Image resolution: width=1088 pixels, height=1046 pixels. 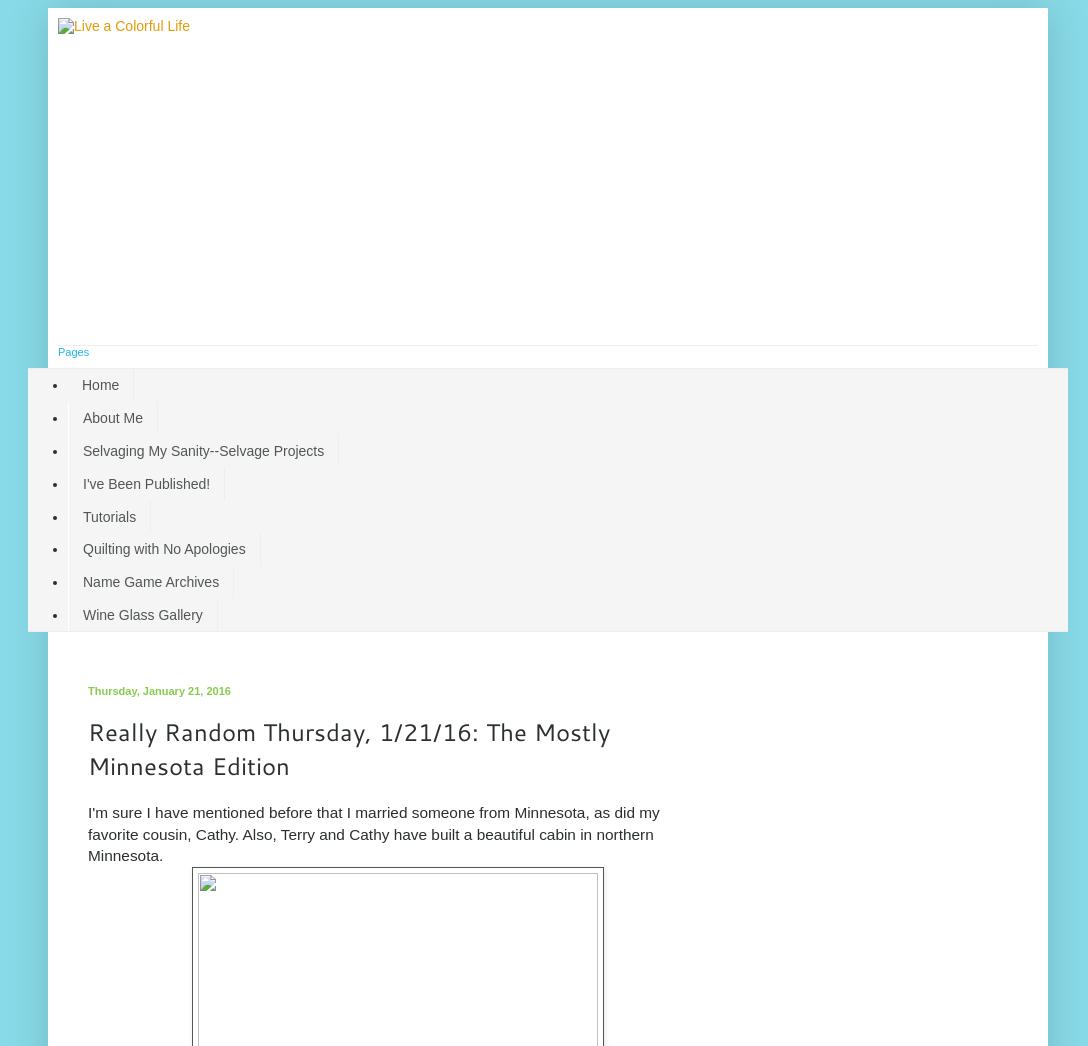 What do you see at coordinates (157, 690) in the screenshot?
I see `'Thursday, January 21, 2016'` at bounding box center [157, 690].